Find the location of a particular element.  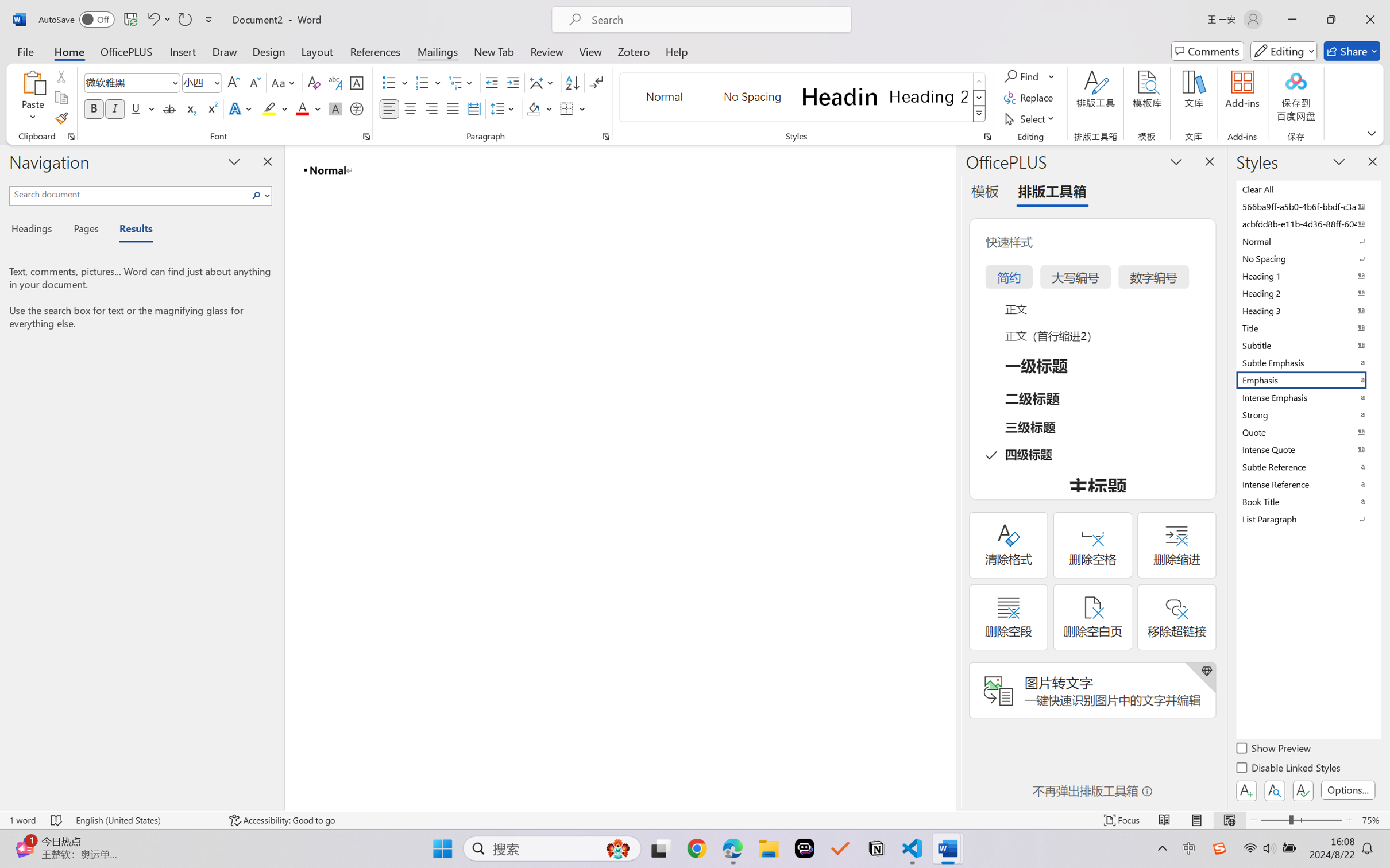

'List Paragraph' is located at coordinates (1307, 518).